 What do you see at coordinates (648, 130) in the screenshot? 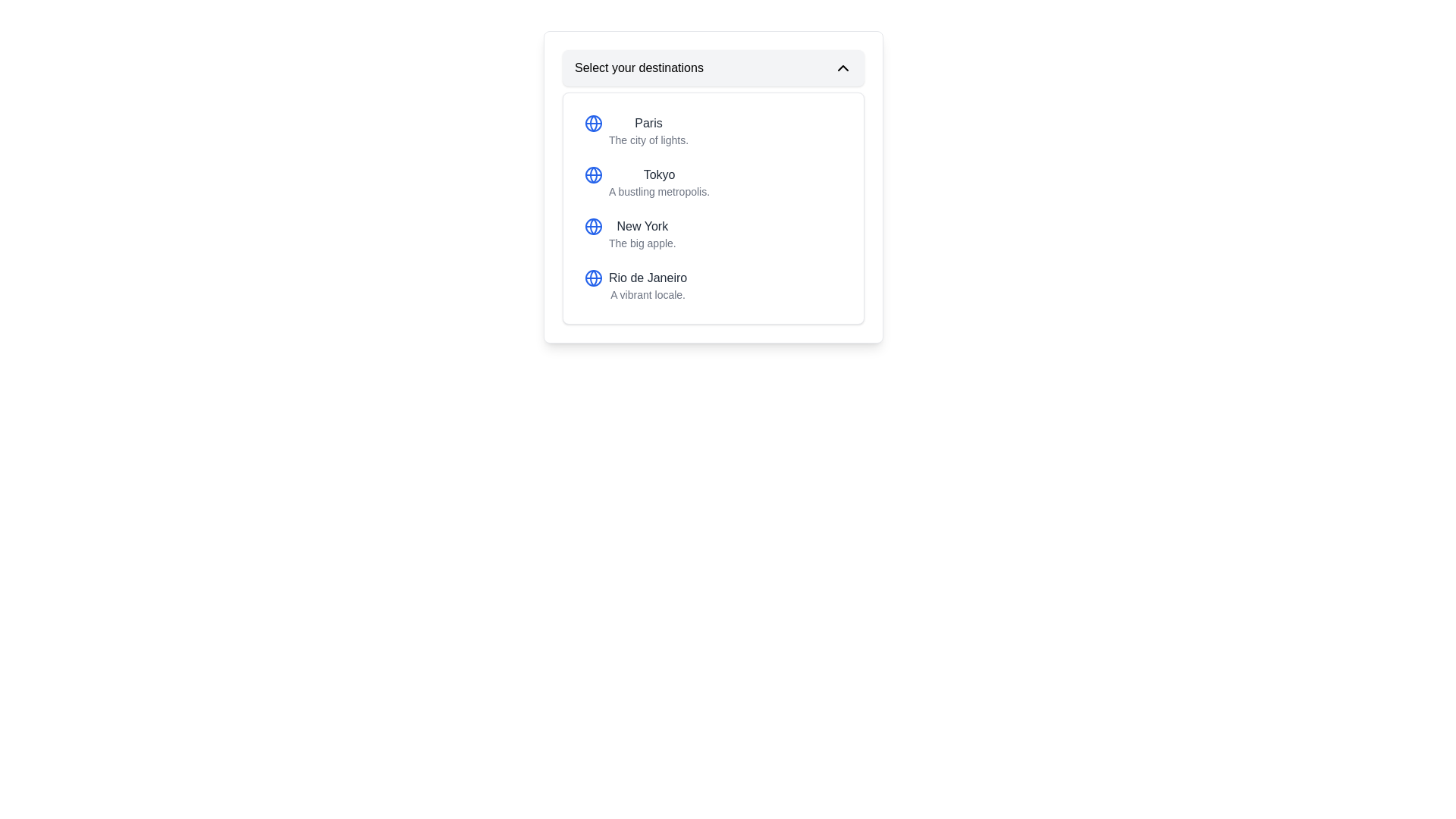
I see `the list item featuring the heading 'Paris' and subheading 'The city of lights', which is the first item in the dropdown menu, visually connected to a blue globe icon on its left` at bounding box center [648, 130].